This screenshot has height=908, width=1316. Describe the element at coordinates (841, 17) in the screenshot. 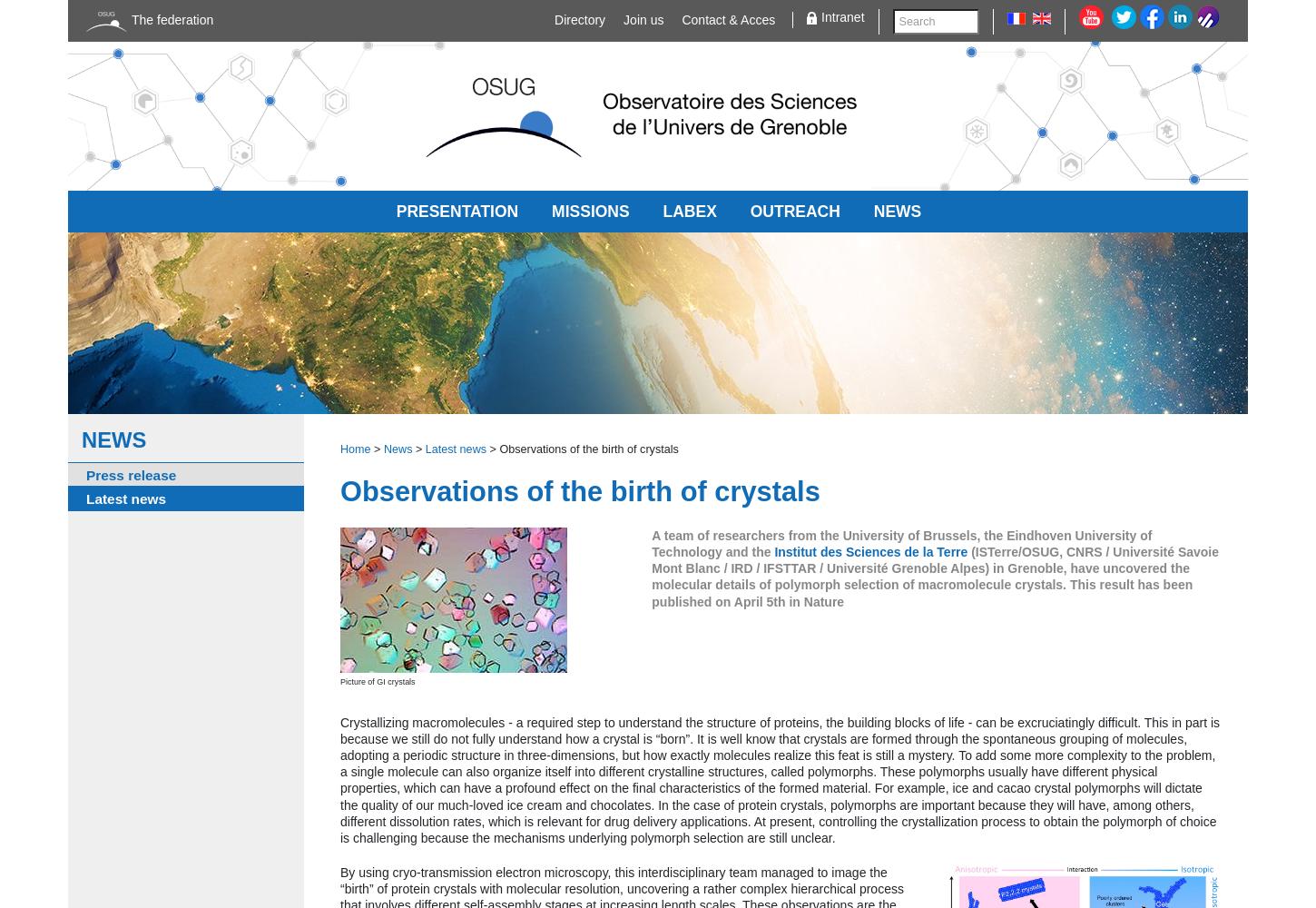

I see `'Intranet'` at that location.